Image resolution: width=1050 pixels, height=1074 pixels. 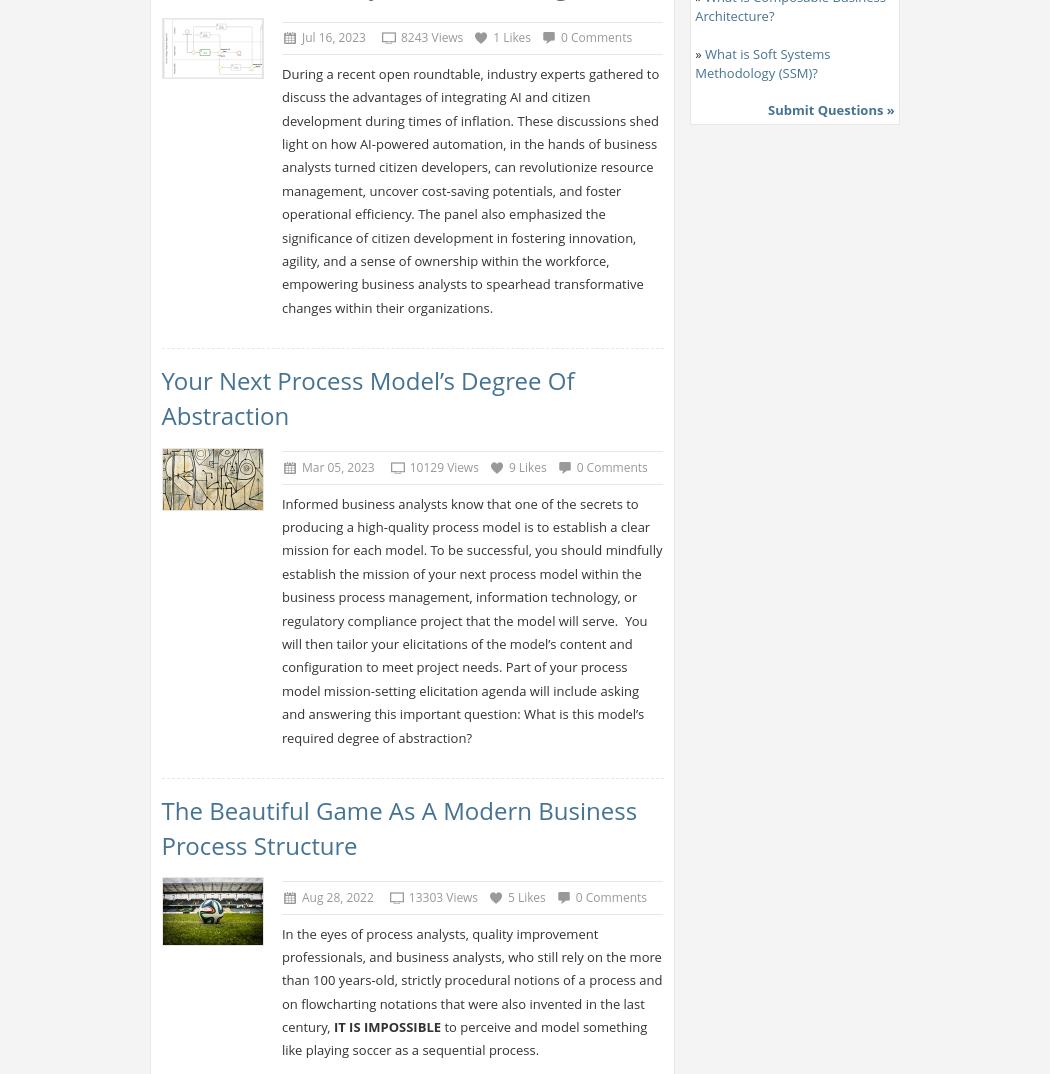 I want to click on '5 Likes', so click(x=526, y=896).